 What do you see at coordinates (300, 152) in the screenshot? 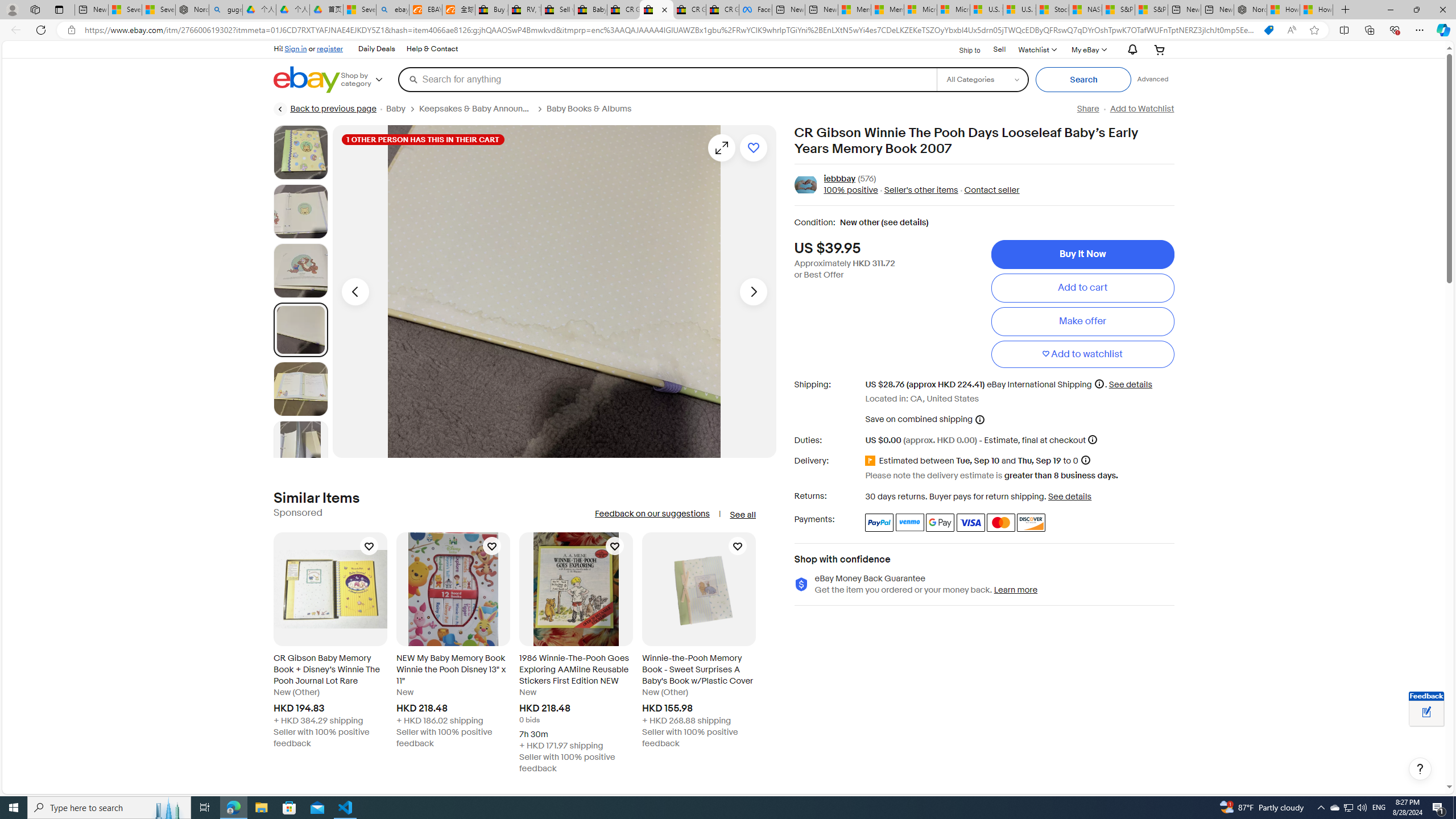
I see `'Picture 1 of 22'` at bounding box center [300, 152].